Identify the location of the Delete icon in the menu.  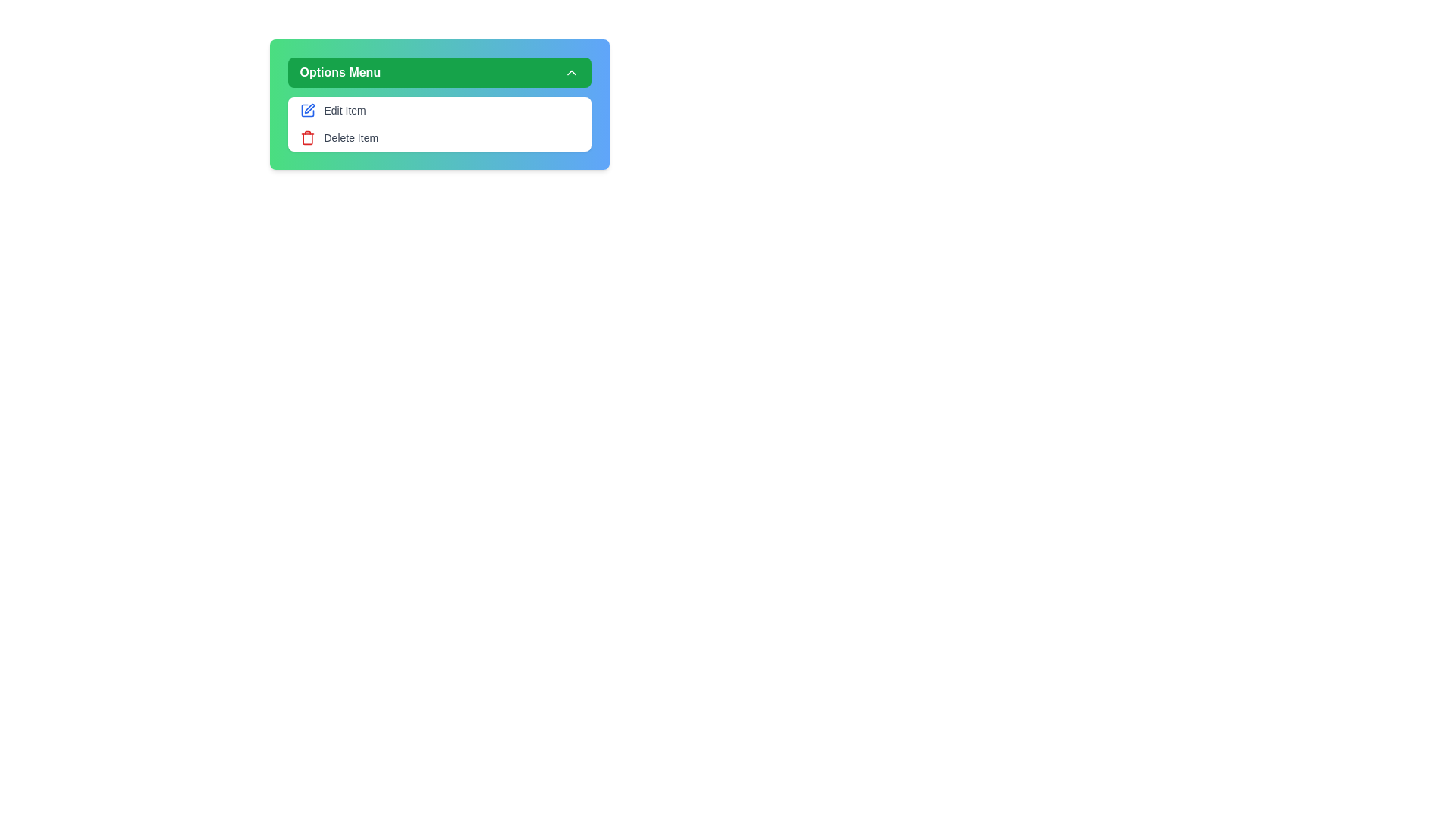
(306, 137).